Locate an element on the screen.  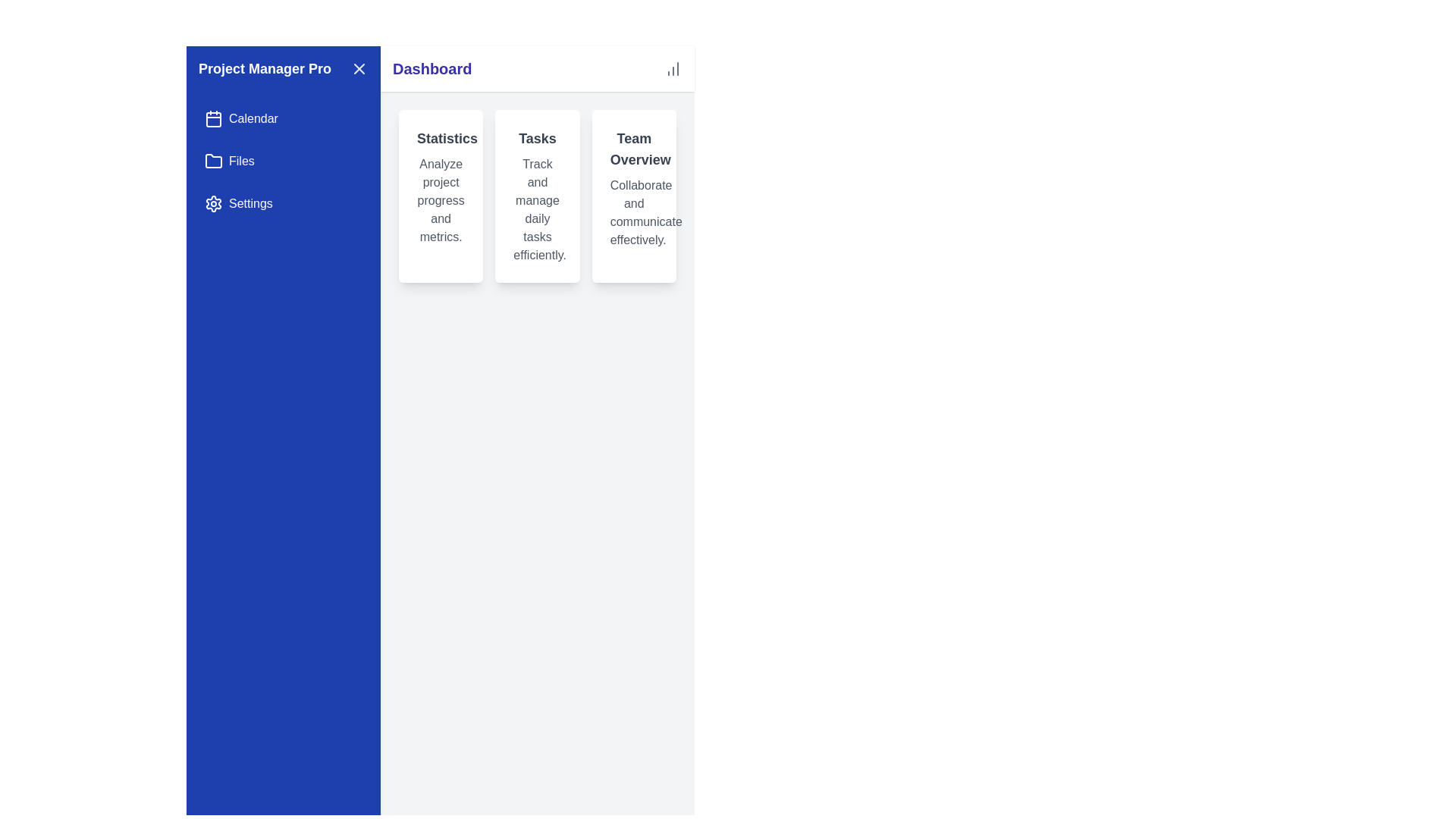
the 'Files' button located in the vertical menu of the left sidebar, which is positioned below the 'Calendar' item and above the 'Settings' item is located at coordinates (284, 161).